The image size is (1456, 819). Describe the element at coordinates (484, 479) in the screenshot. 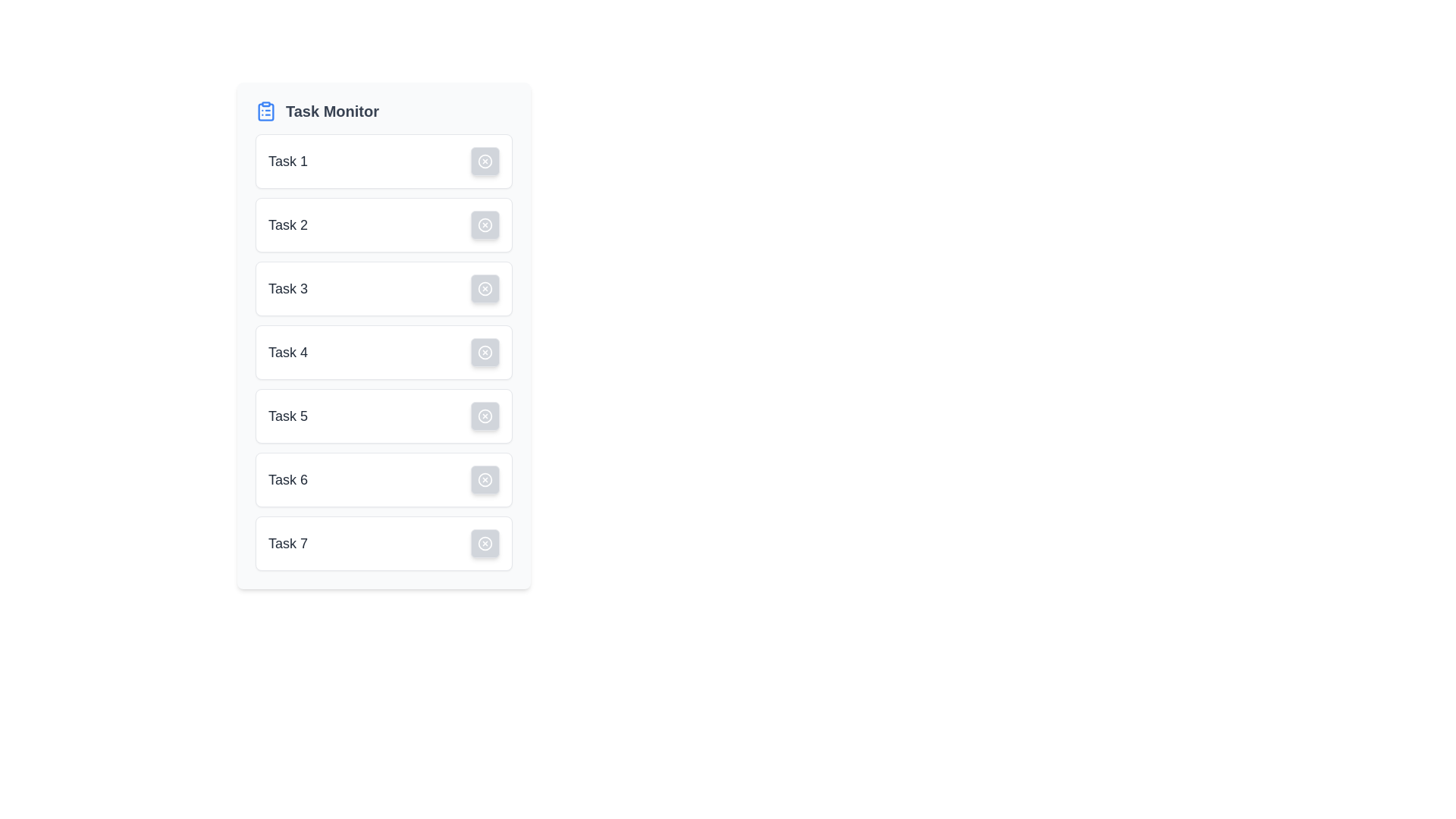

I see `the circular close icon with a cross inside, which is centered within the button for 'Task 6' in the vertical task list` at that location.